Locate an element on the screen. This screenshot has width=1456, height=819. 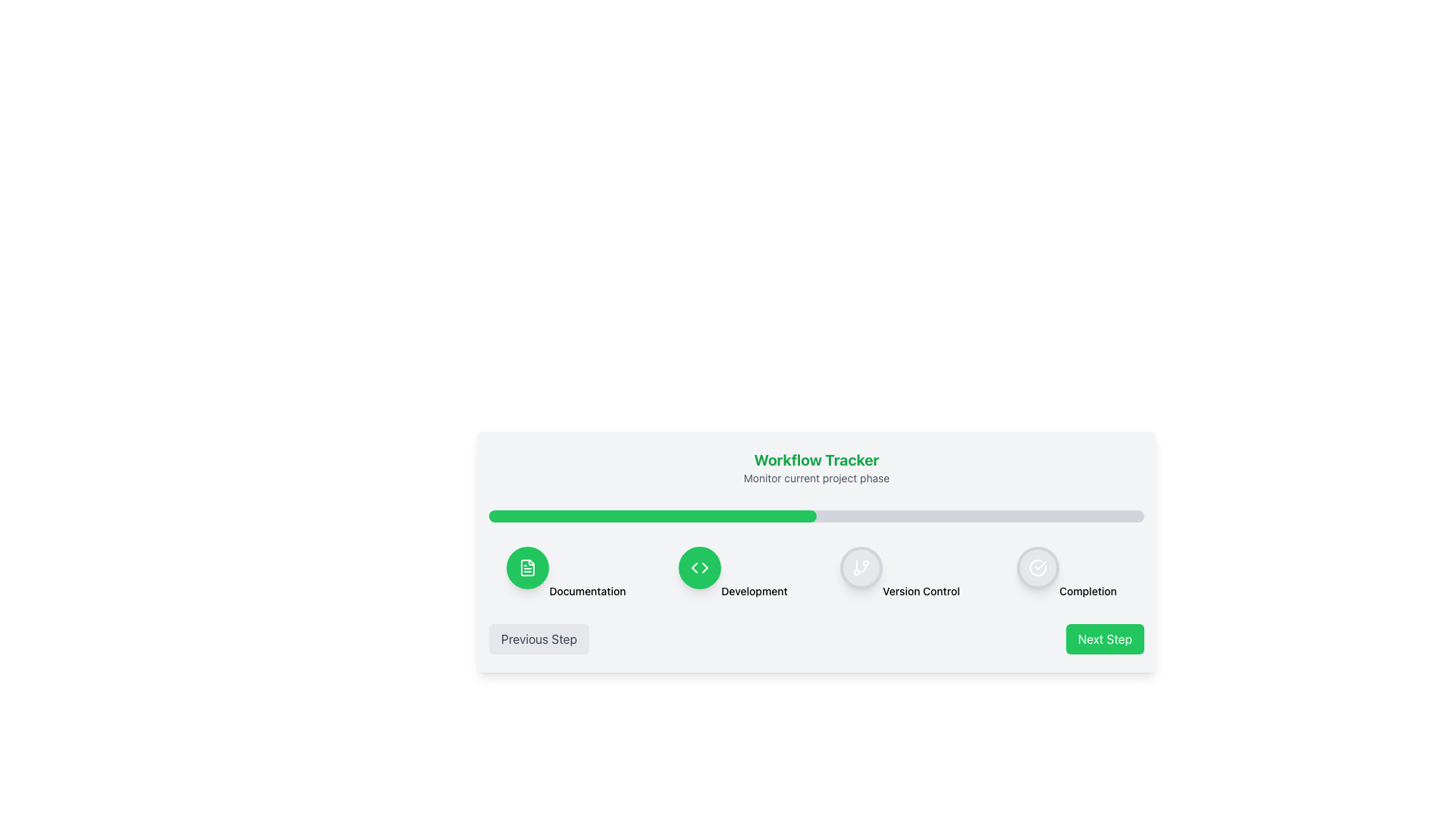
the left-pointing arrow SVG graphic inside the green circular button labeled 'Development', which indicates navigation for development progress is located at coordinates (694, 567).